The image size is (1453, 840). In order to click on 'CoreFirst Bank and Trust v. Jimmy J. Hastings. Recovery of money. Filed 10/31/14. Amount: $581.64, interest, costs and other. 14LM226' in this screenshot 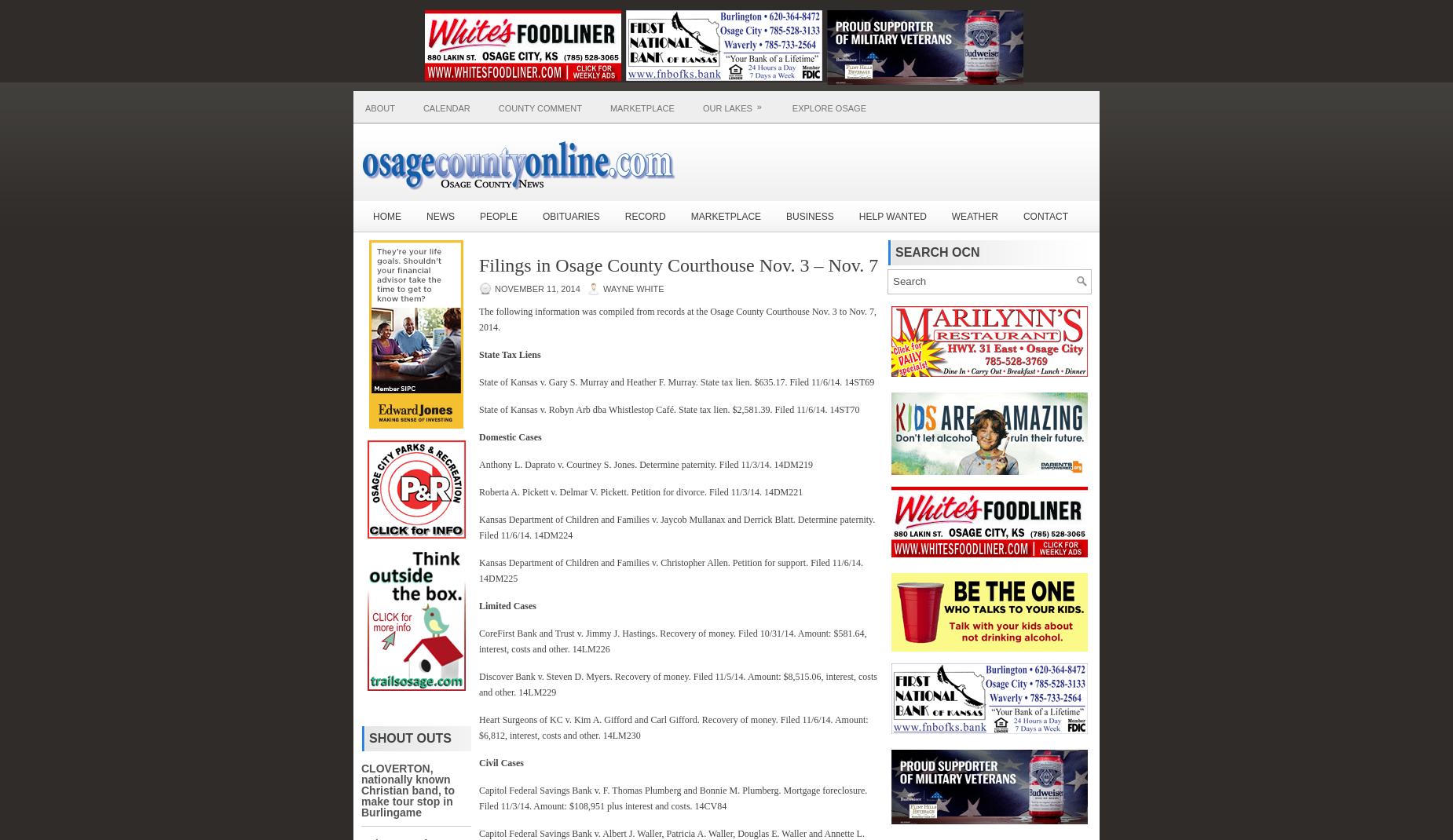, I will do `click(672, 640)`.